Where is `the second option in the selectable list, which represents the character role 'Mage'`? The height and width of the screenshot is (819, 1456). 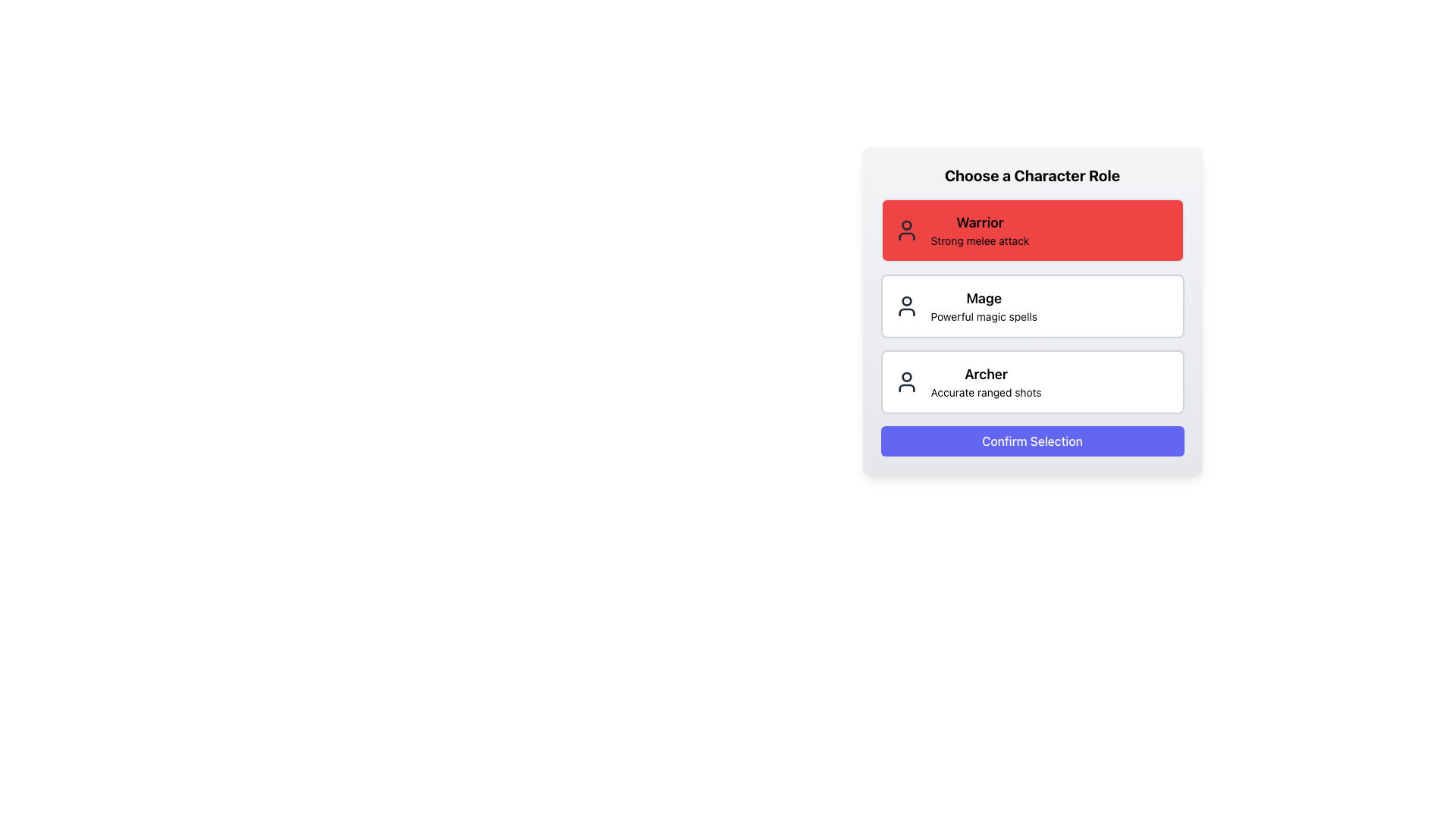 the second option in the selectable list, which represents the character role 'Mage' is located at coordinates (1031, 306).